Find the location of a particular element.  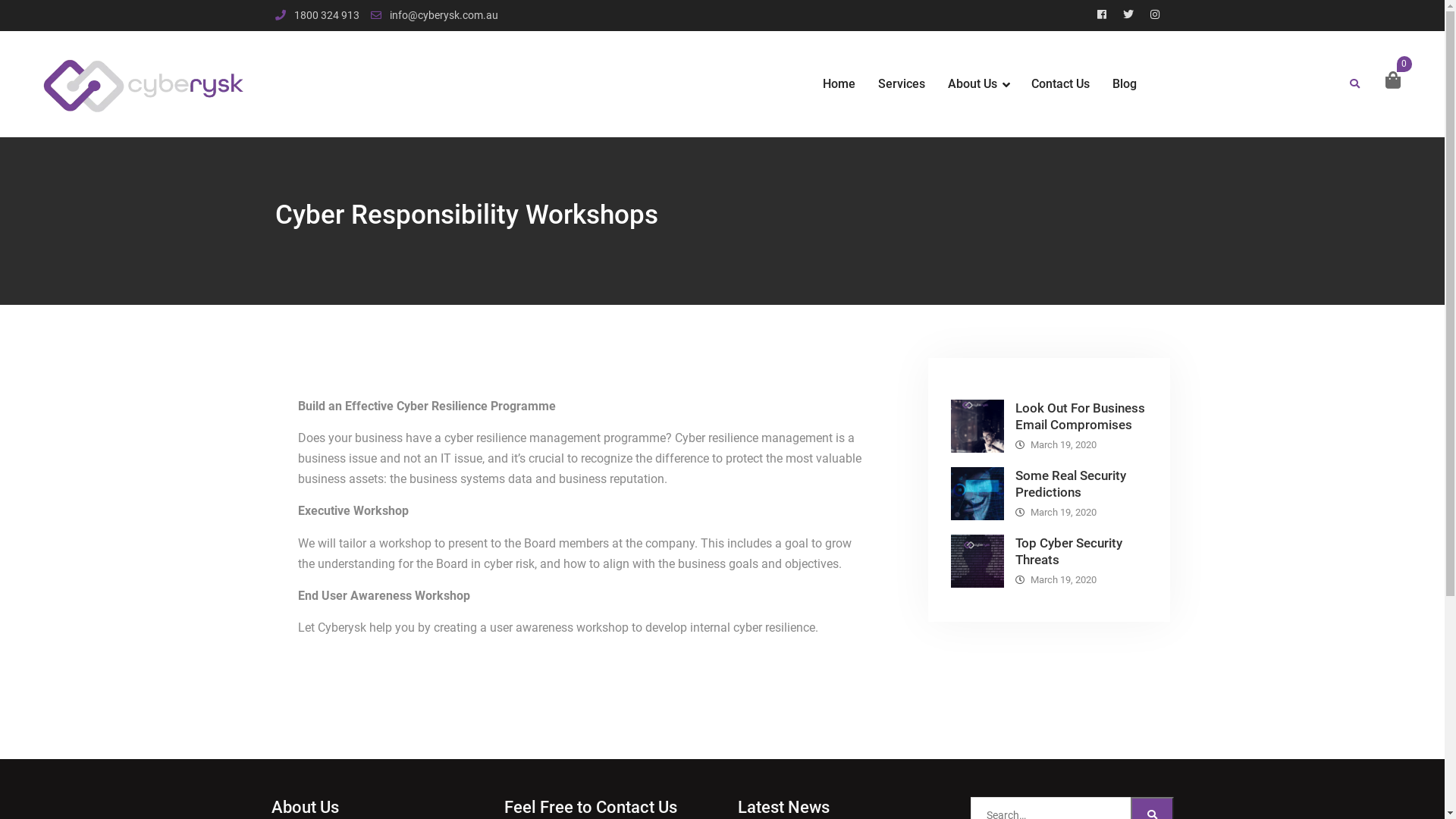

'Facebook' is located at coordinates (1102, 14).